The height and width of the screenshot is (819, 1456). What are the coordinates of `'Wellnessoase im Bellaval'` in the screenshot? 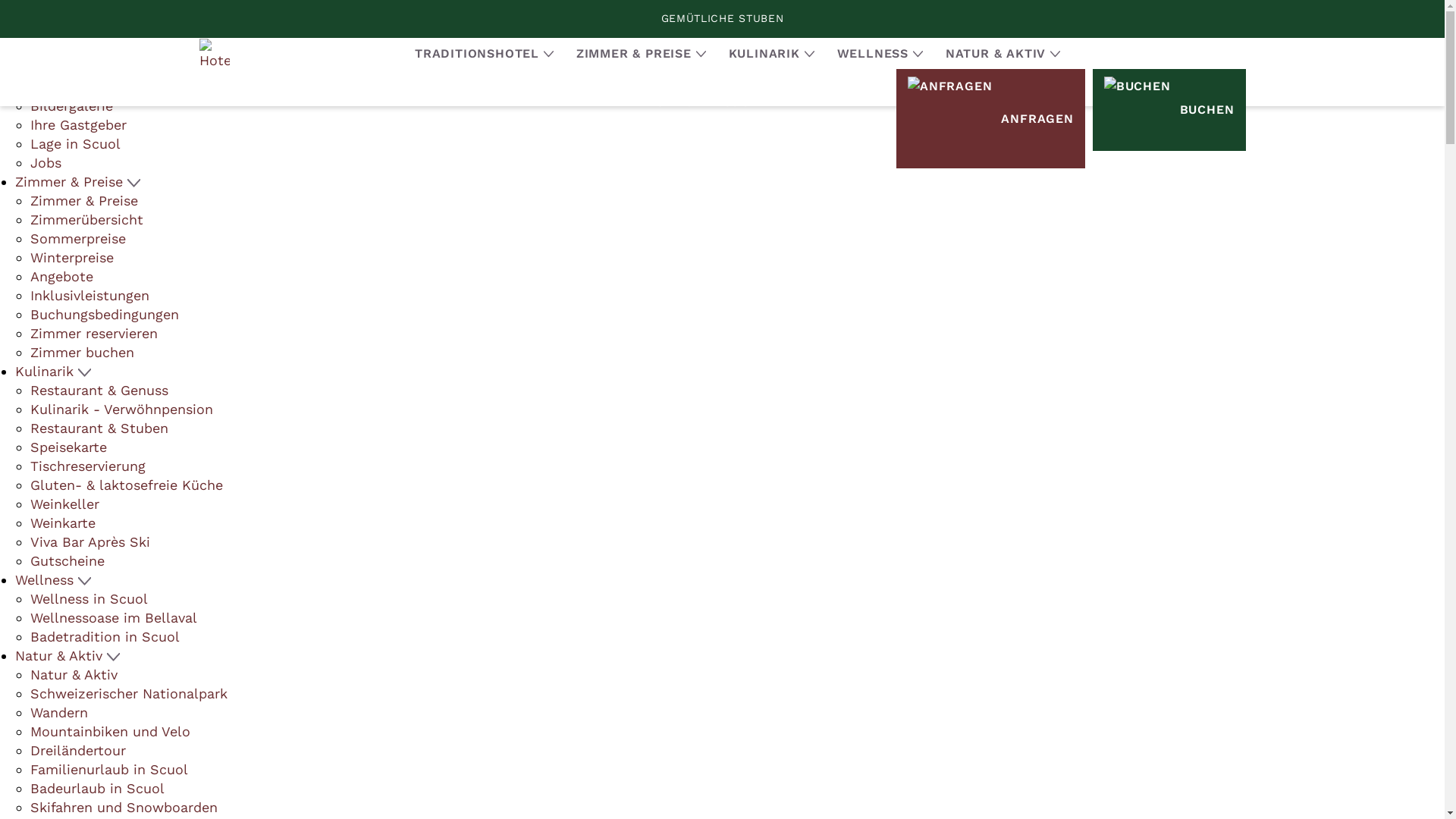 It's located at (30, 617).